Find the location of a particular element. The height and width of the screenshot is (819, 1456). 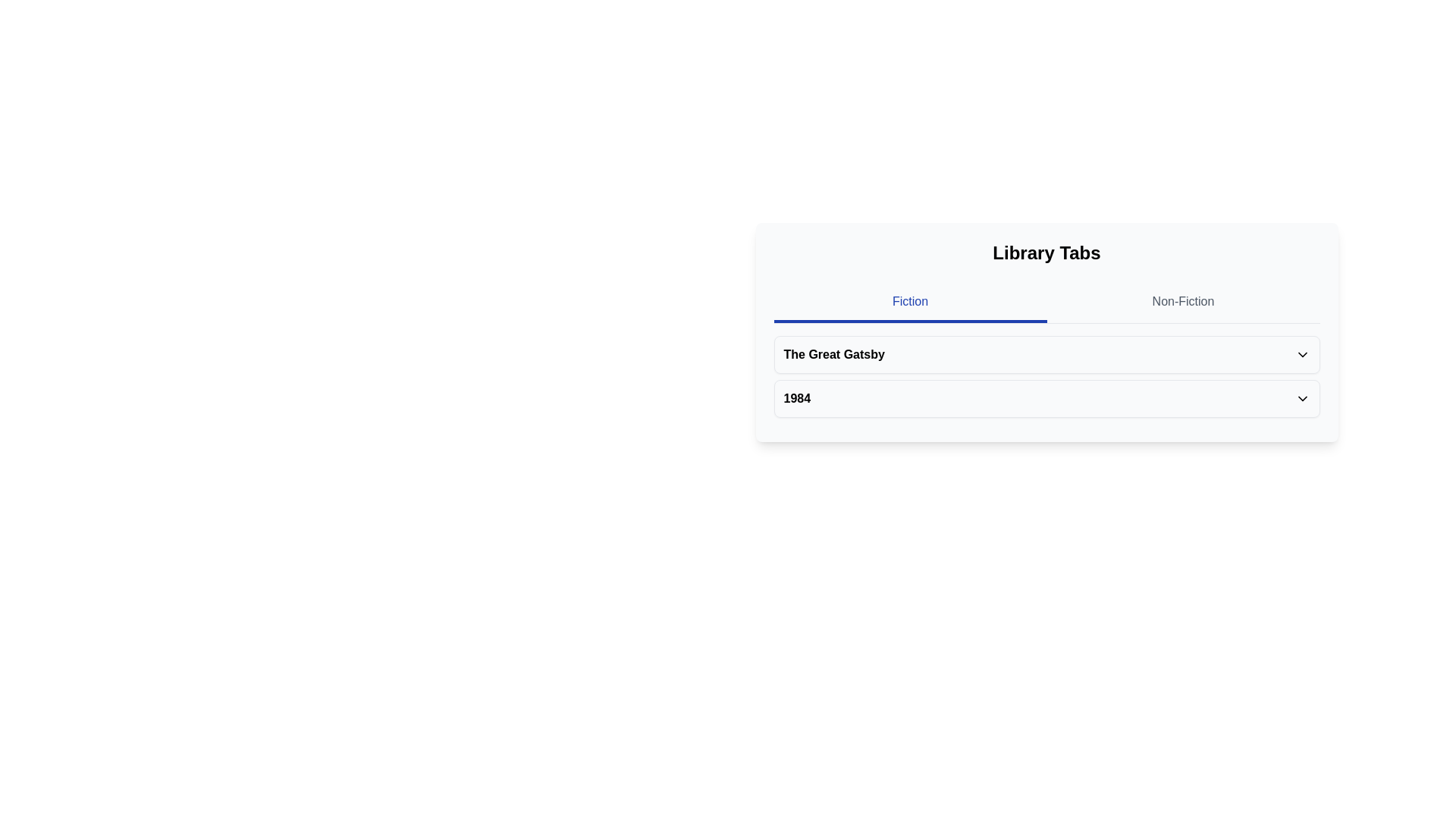

the Dropdown Trigger Icon, a minimalist chevron icon is located at coordinates (1301, 354).